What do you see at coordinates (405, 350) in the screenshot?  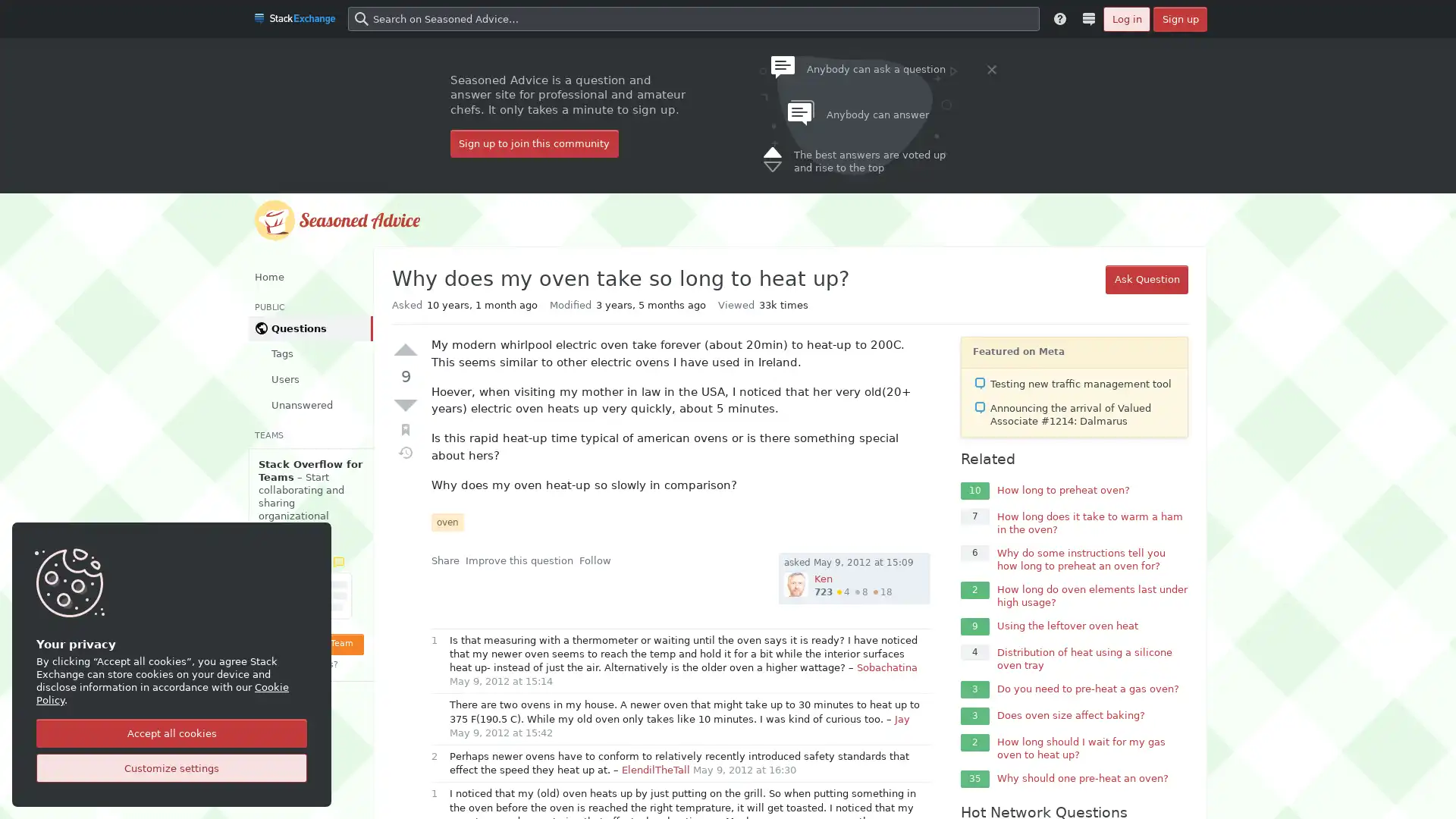 I see `Up vote` at bounding box center [405, 350].